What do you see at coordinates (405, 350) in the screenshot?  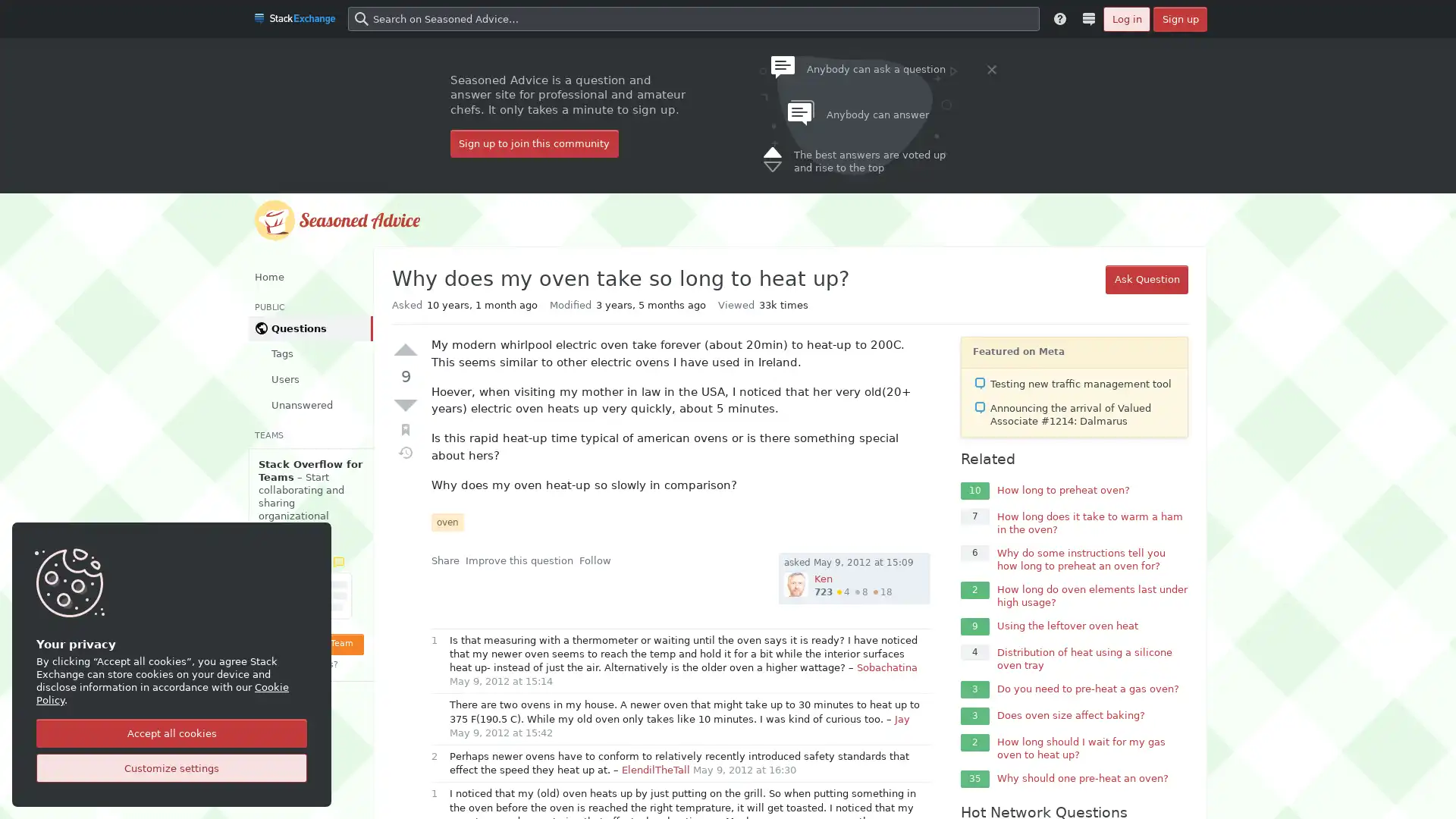 I see `Up vote` at bounding box center [405, 350].